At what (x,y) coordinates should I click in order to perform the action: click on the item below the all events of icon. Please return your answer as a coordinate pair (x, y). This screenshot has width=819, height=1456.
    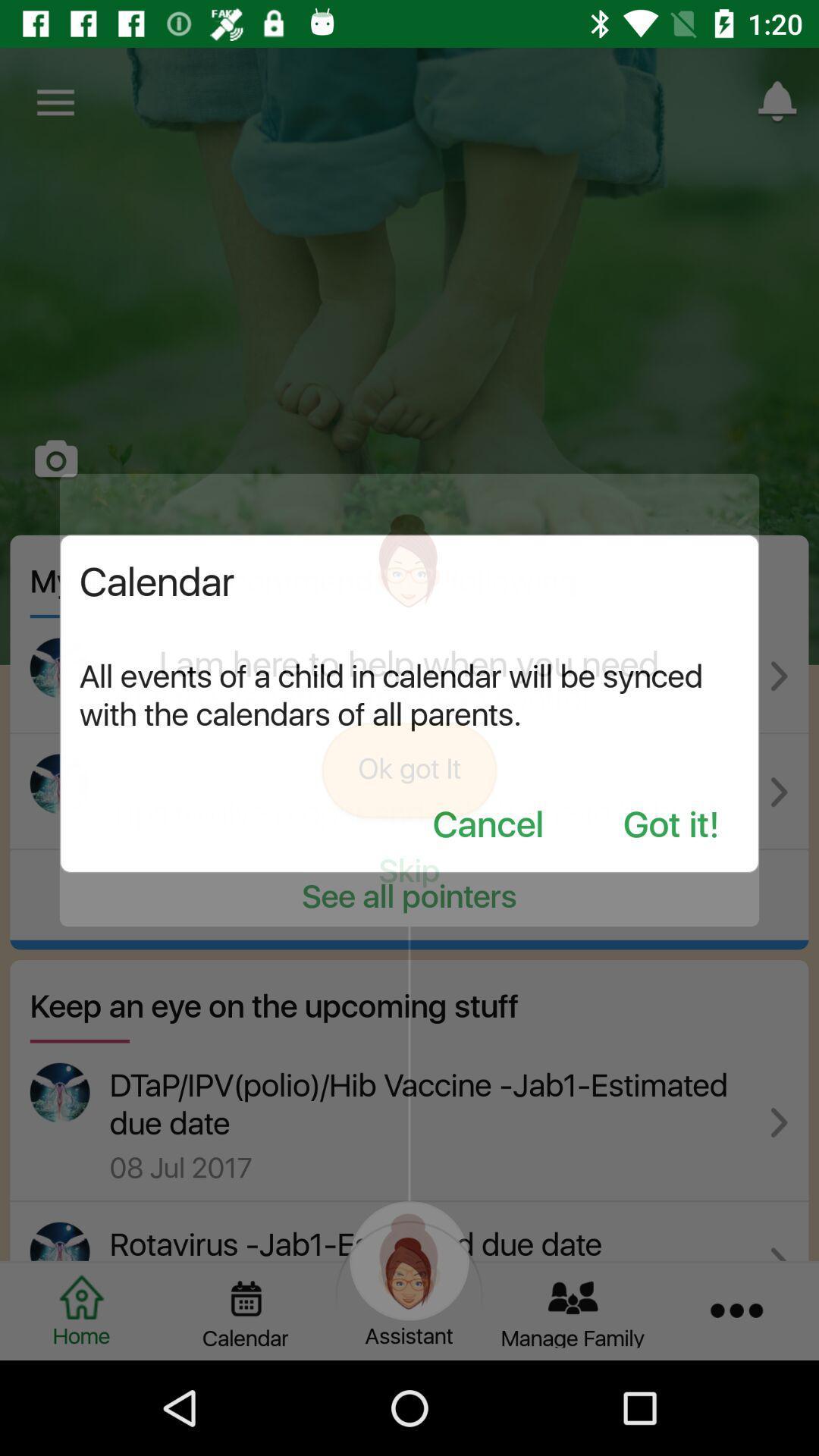
    Looking at the image, I should click on (670, 825).